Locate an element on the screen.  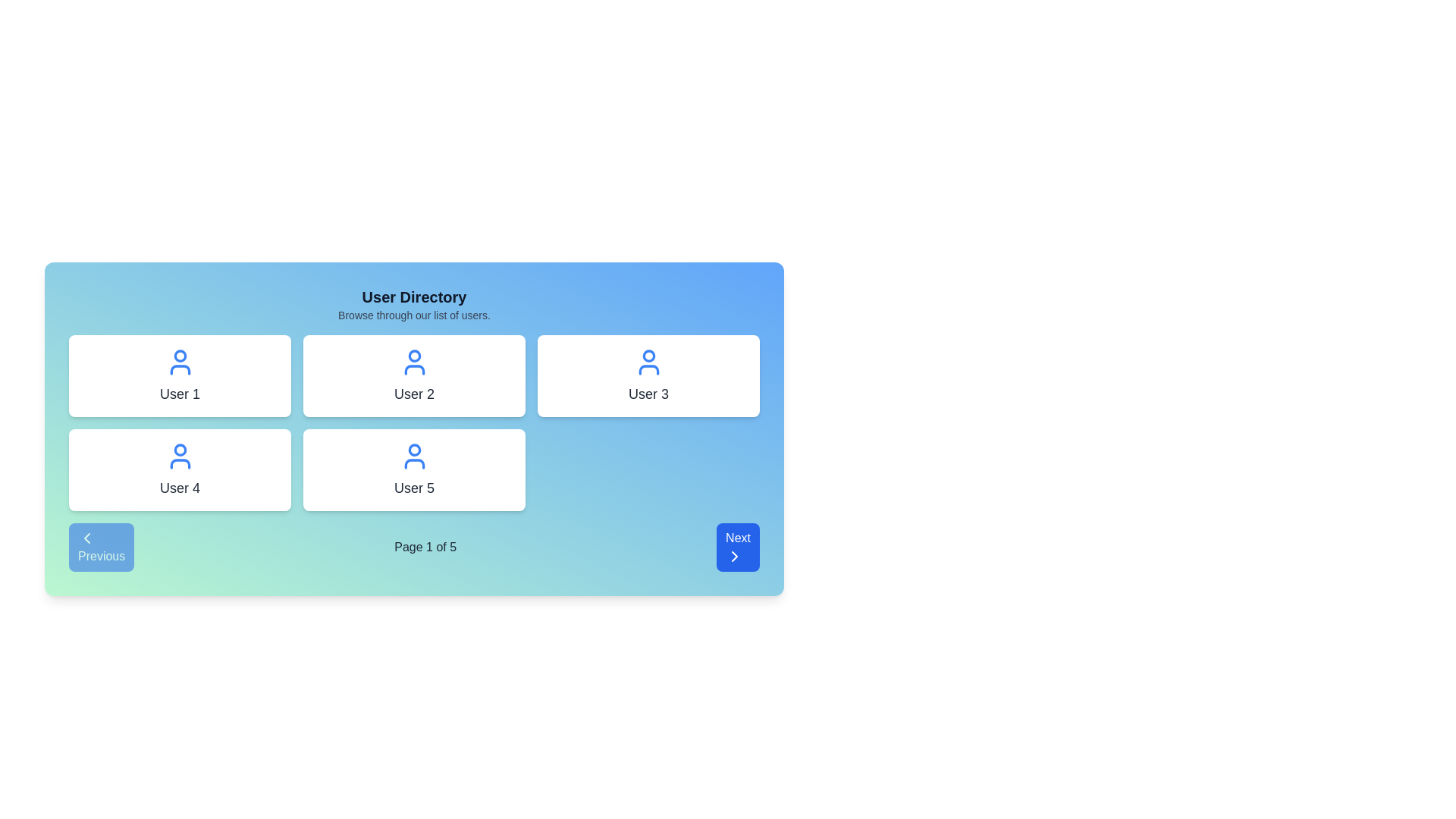
the Static text label displaying 'User 3', which is located below the user icon in the third user card of a grid layout is located at coordinates (648, 394).